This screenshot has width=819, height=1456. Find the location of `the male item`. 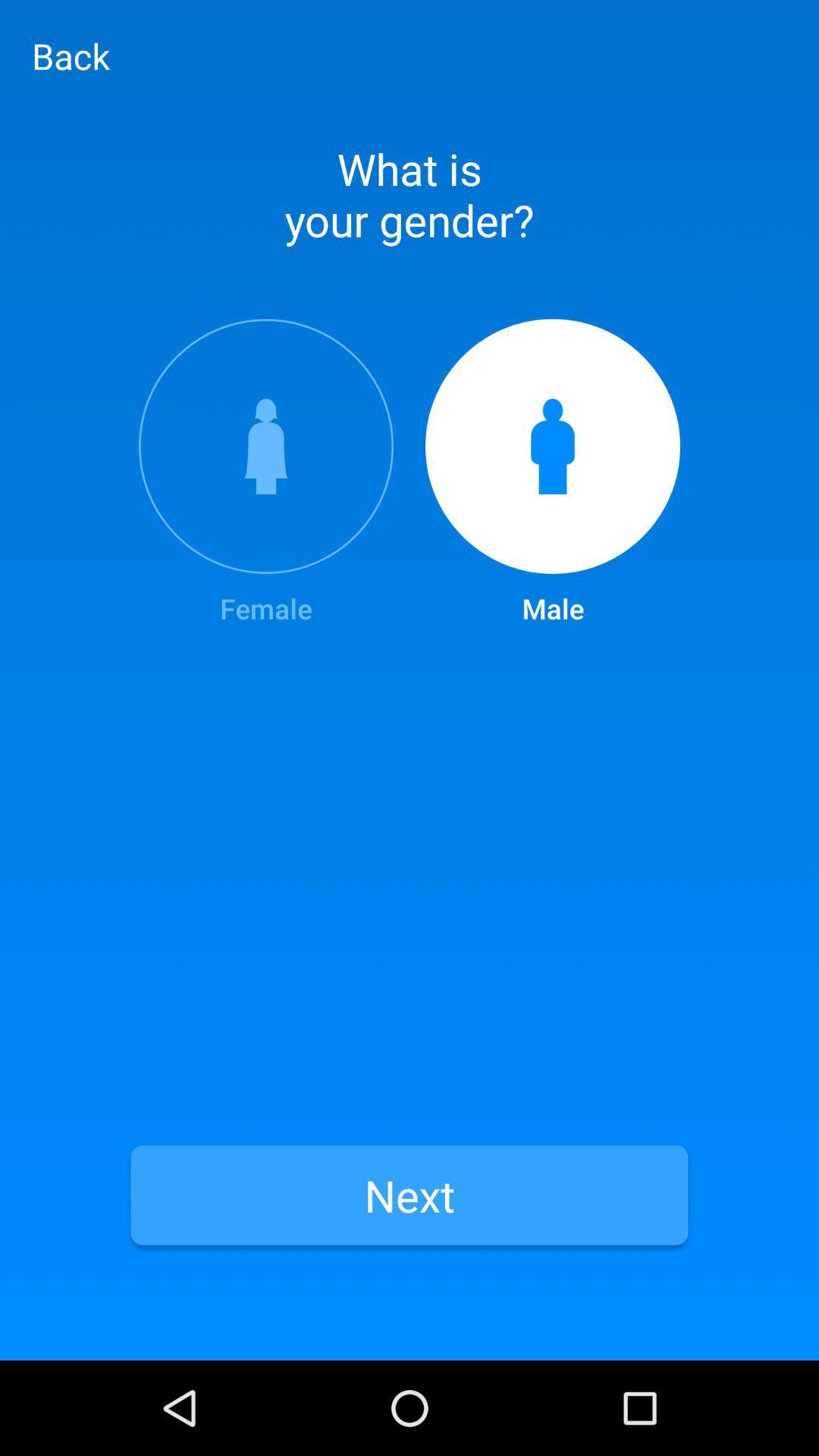

the male item is located at coordinates (553, 472).